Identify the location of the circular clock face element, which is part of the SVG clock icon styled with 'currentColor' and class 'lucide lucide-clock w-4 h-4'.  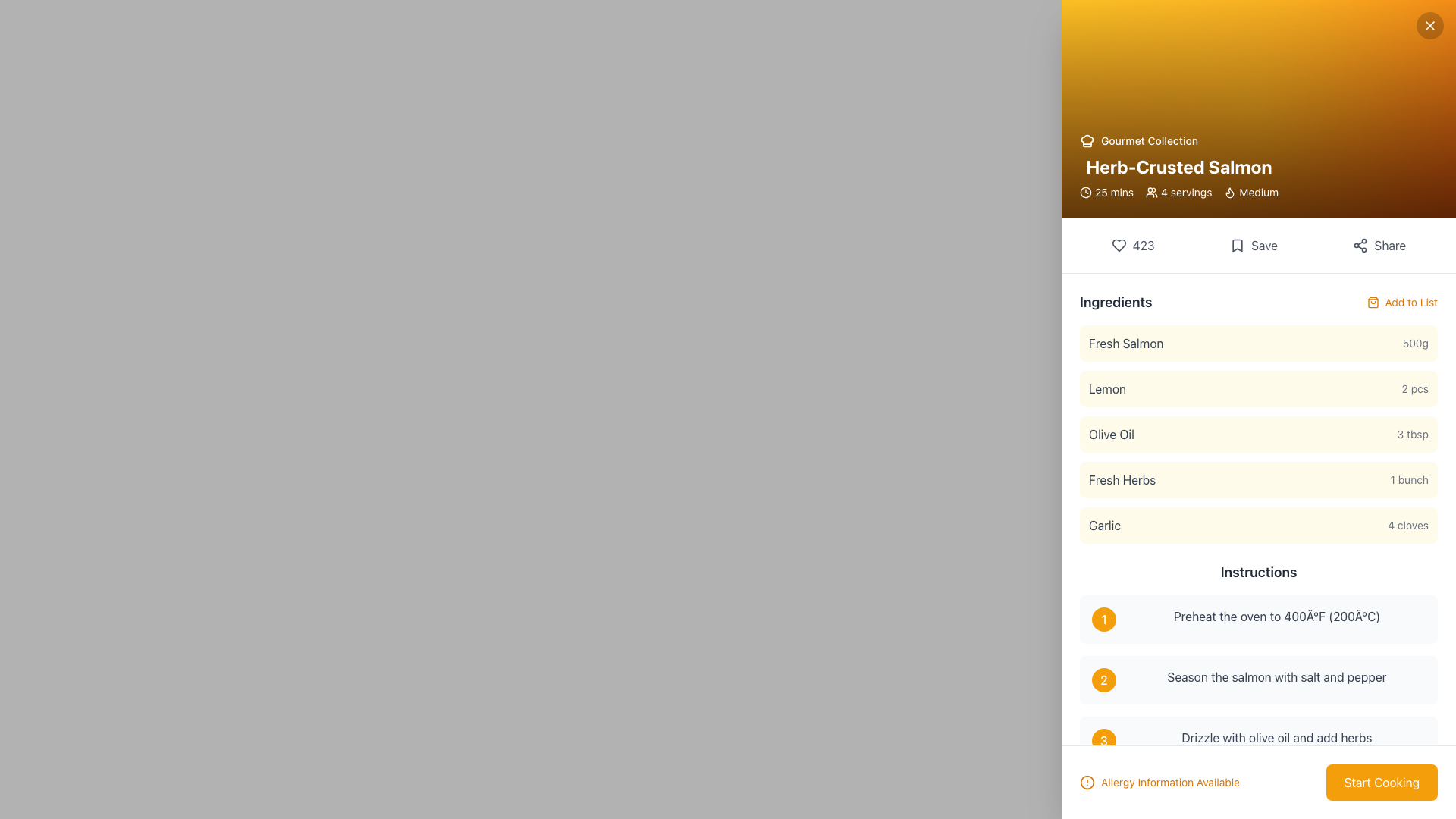
(1084, 191).